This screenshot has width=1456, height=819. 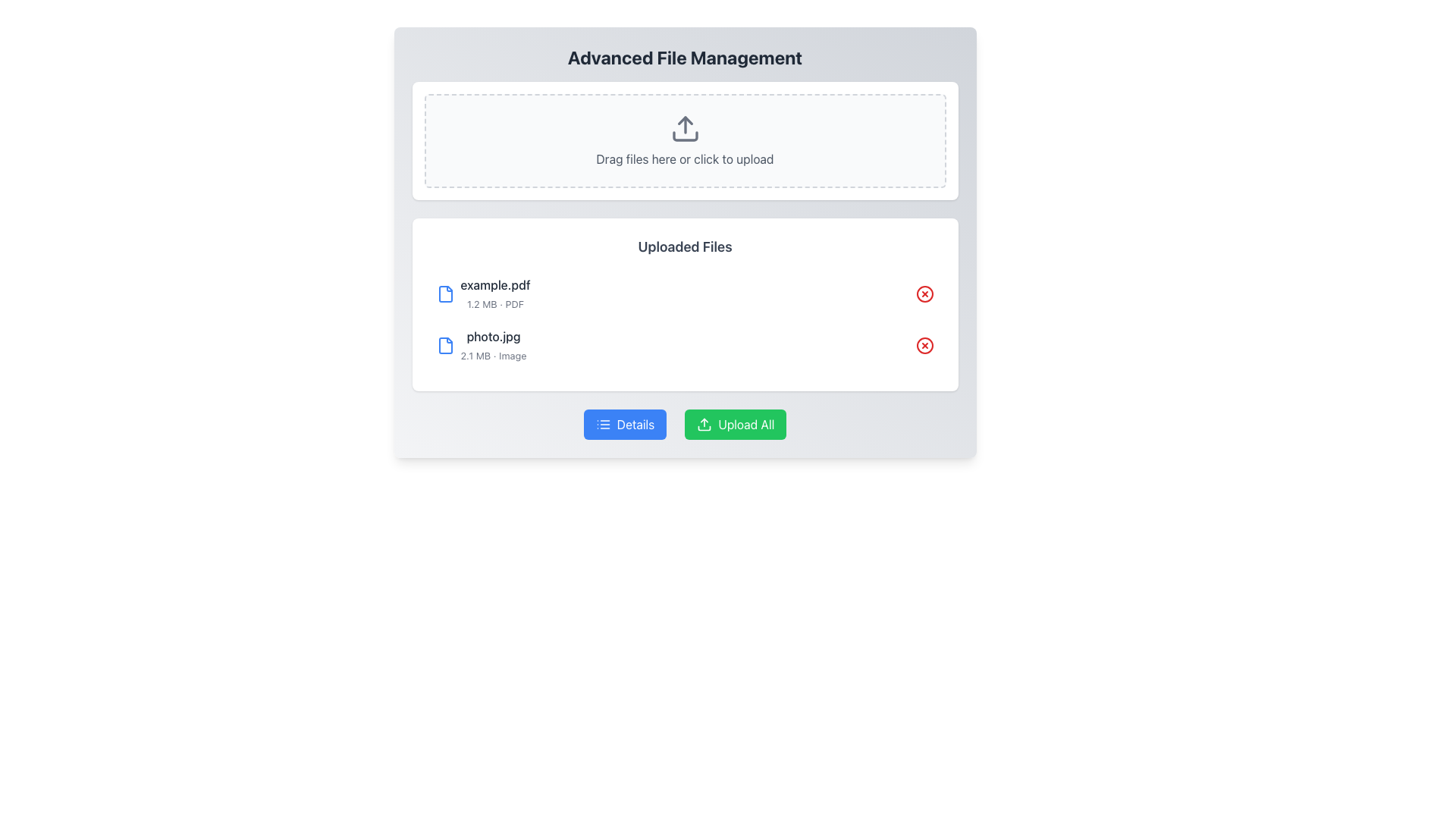 I want to click on the appearance of the green upload icon located to the left of the 'Upload All' button in the bottom-right corner of the application interface, so click(x=704, y=424).